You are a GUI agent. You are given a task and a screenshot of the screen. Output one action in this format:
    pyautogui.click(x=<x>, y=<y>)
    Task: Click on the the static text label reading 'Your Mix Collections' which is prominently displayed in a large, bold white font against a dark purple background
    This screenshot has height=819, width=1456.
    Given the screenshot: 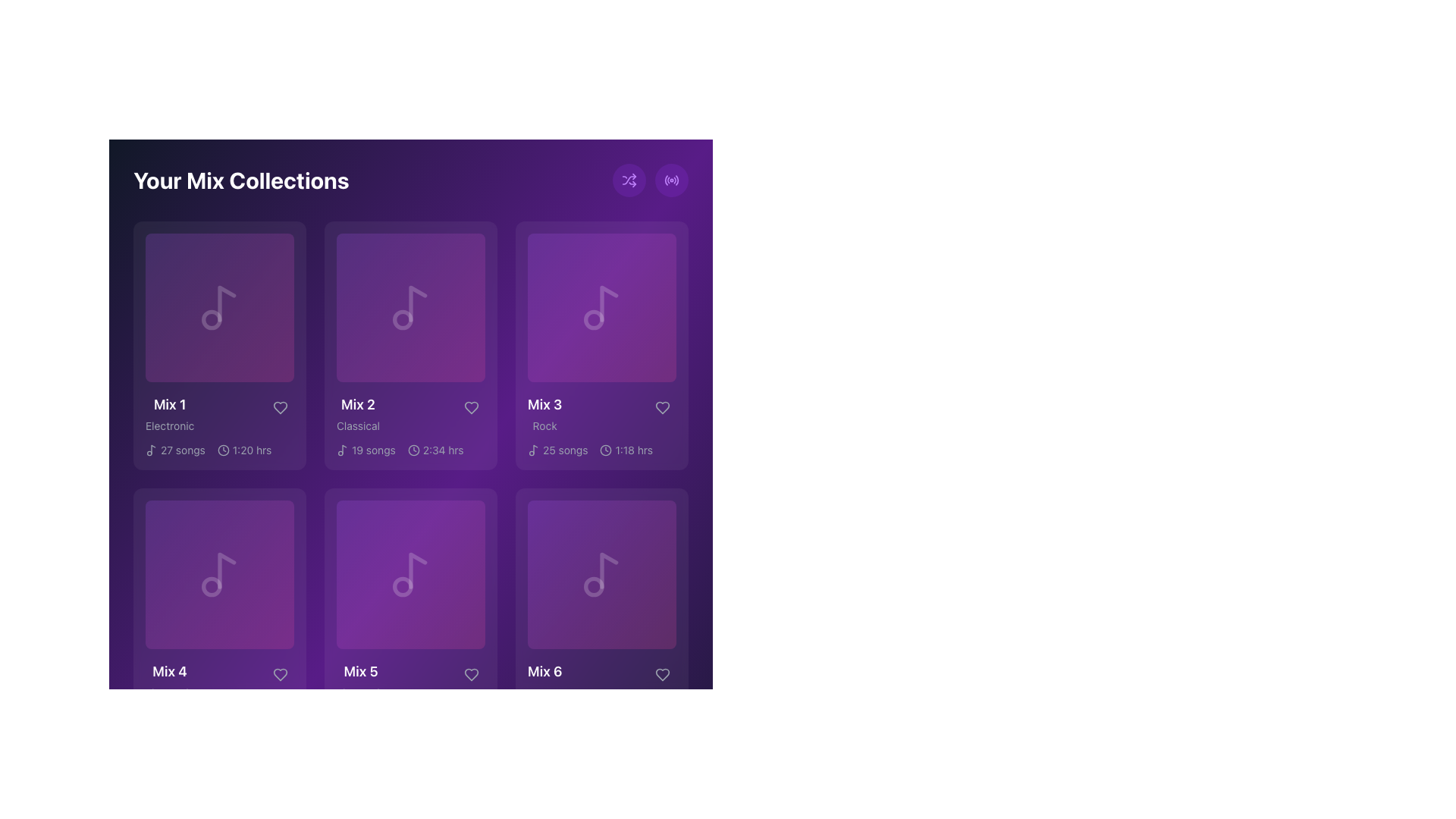 What is the action you would take?
    pyautogui.click(x=240, y=180)
    